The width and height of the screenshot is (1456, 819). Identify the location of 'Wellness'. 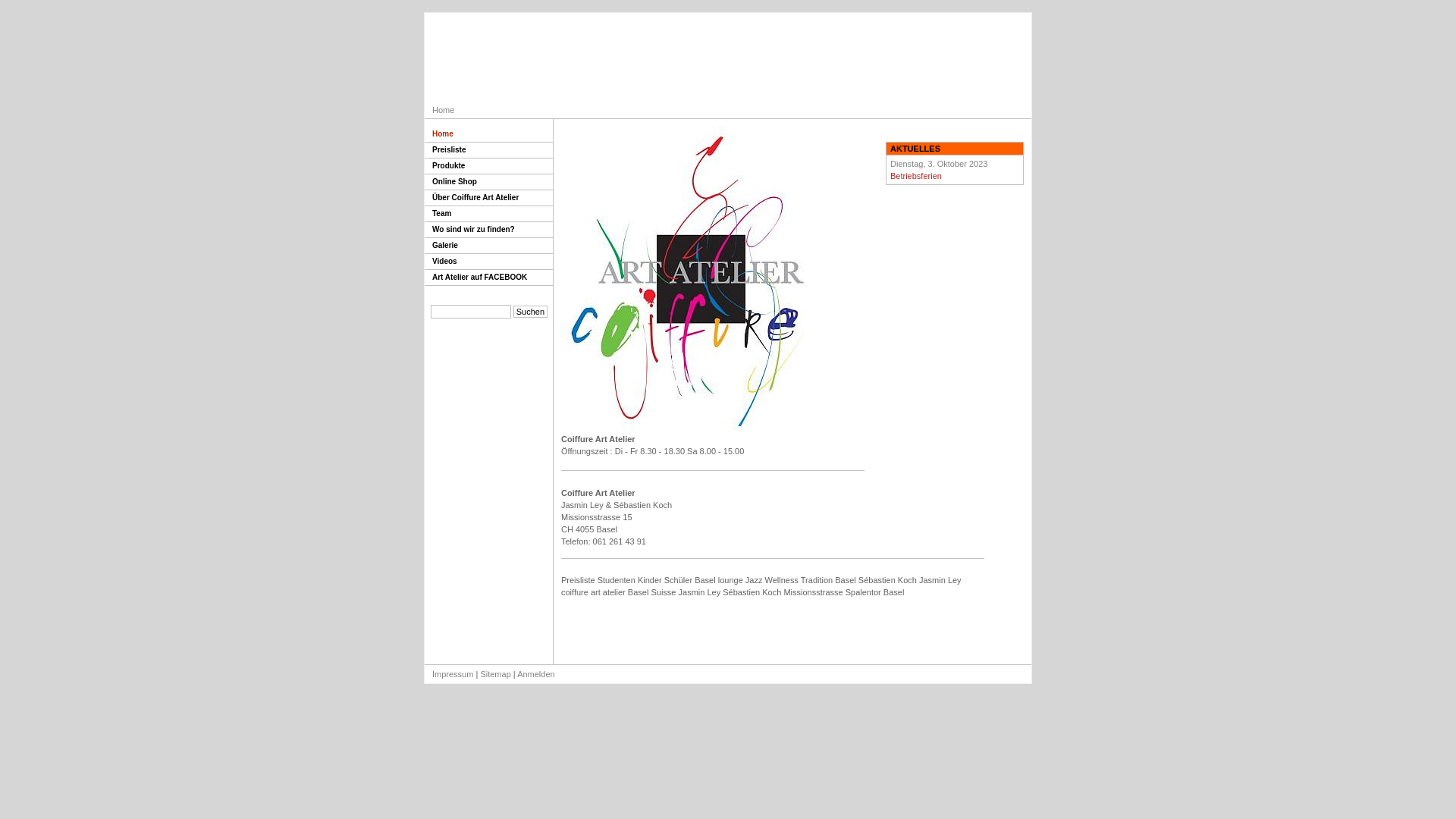
(782, 579).